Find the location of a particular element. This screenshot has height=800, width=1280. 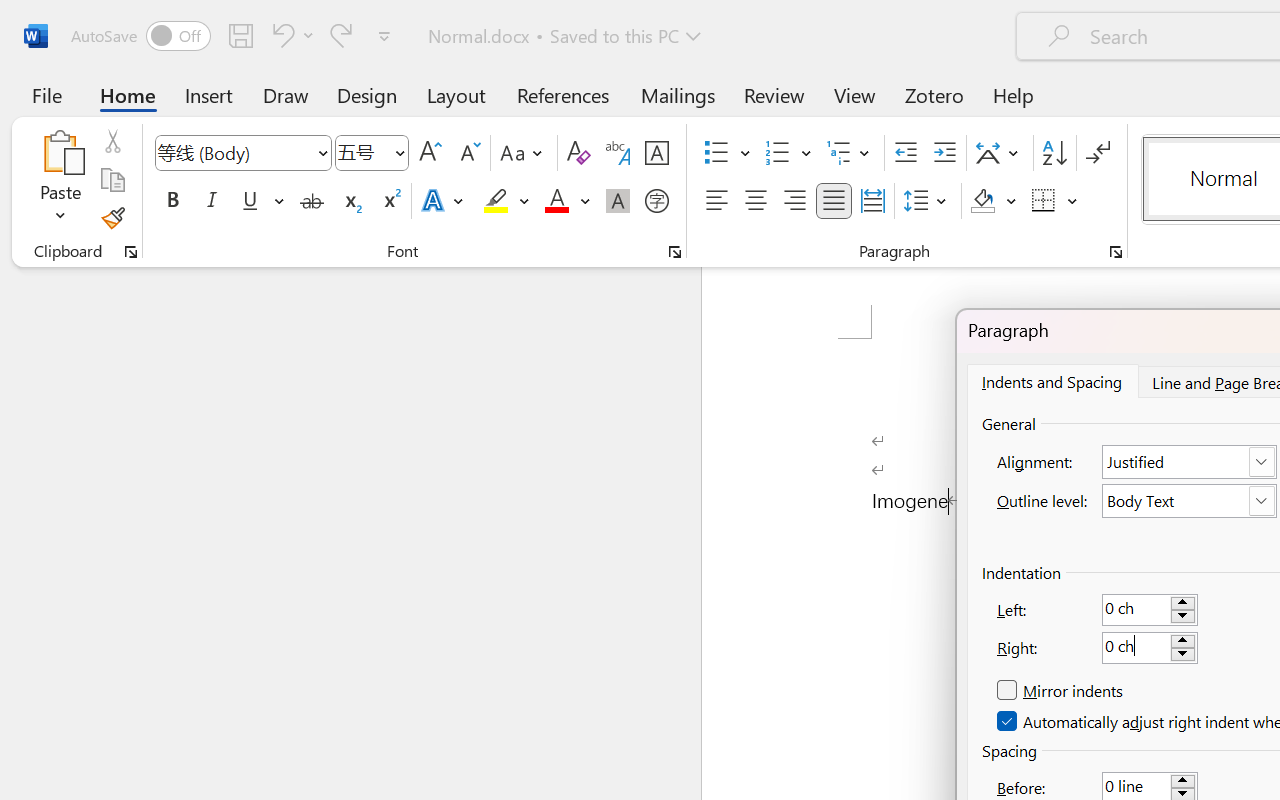

'Help' is located at coordinates (1013, 94).